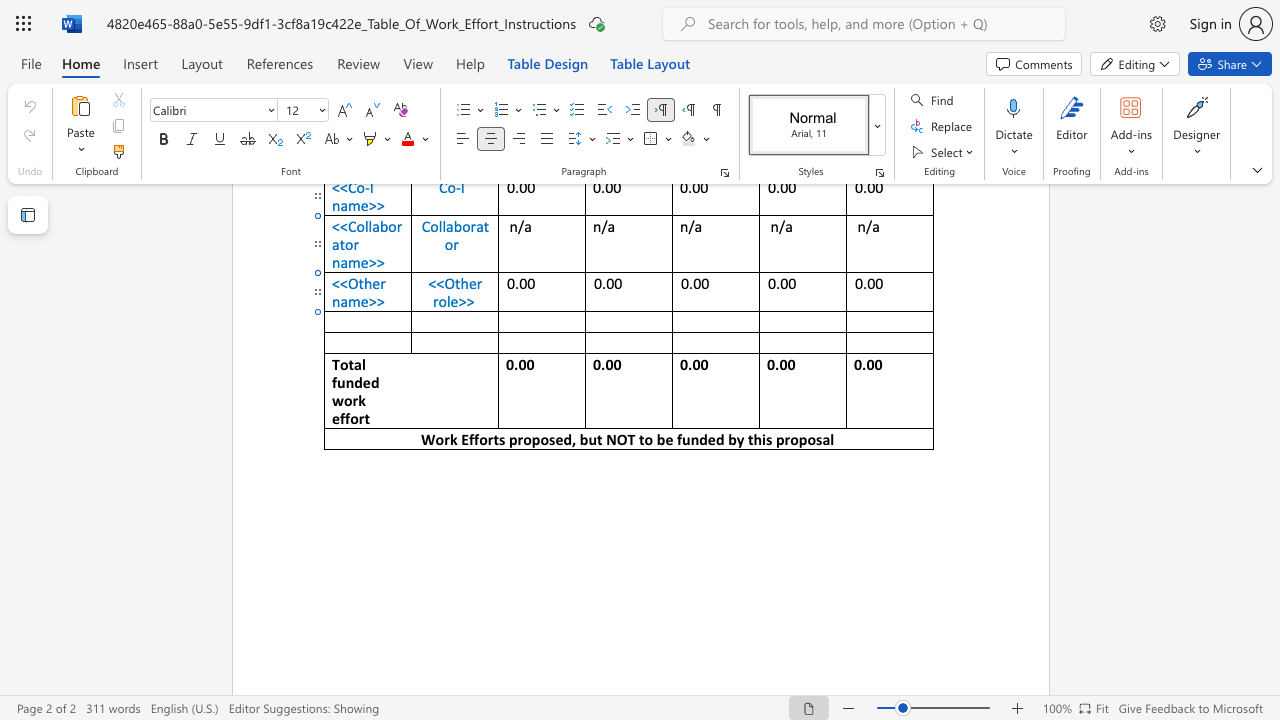  What do you see at coordinates (625, 438) in the screenshot?
I see `the space between the continuous character "O" and "T" in the text` at bounding box center [625, 438].